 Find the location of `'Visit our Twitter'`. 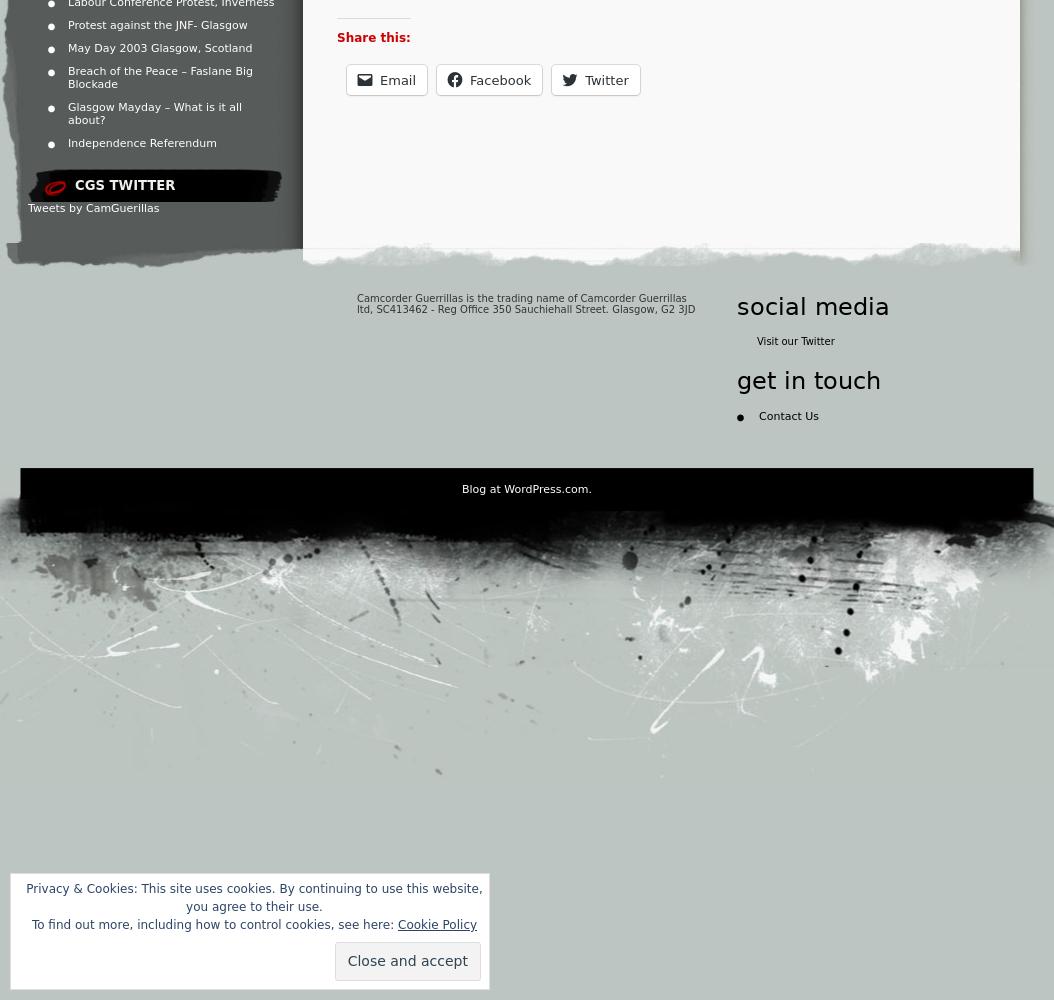

'Visit our Twitter' is located at coordinates (794, 340).